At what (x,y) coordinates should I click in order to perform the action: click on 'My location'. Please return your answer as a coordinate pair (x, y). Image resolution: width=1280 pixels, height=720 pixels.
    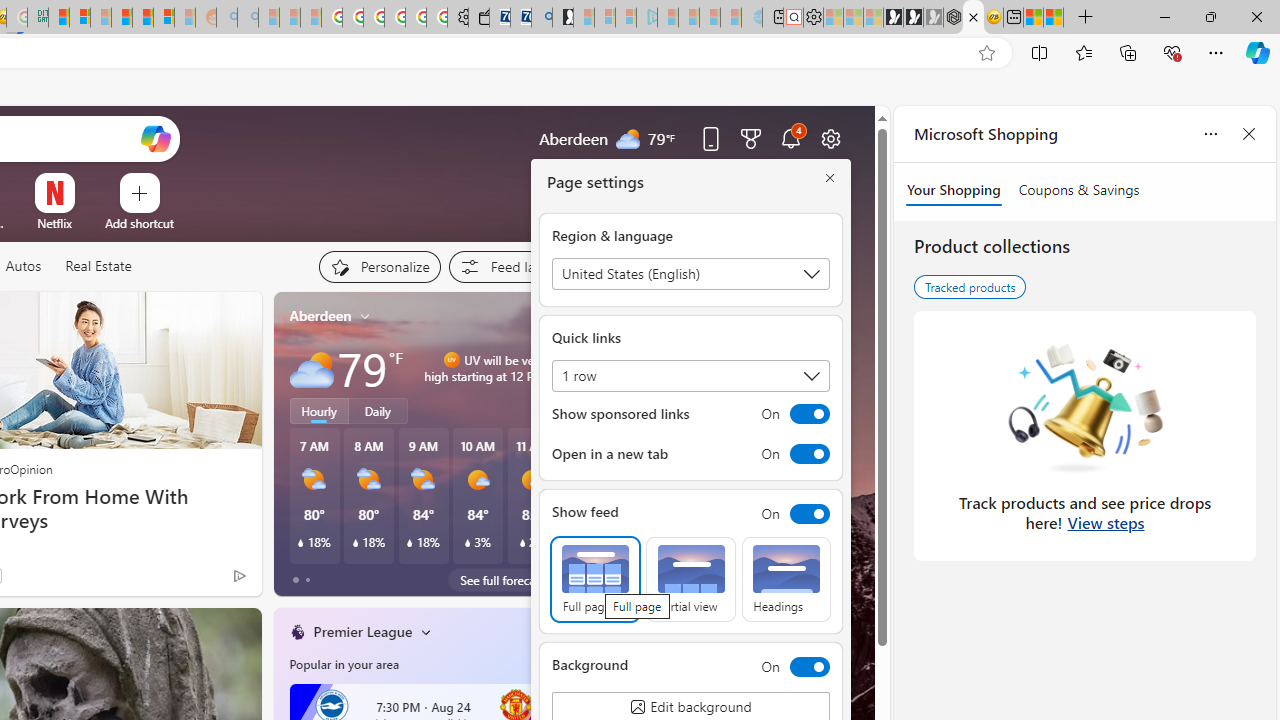
    Looking at the image, I should click on (365, 315).